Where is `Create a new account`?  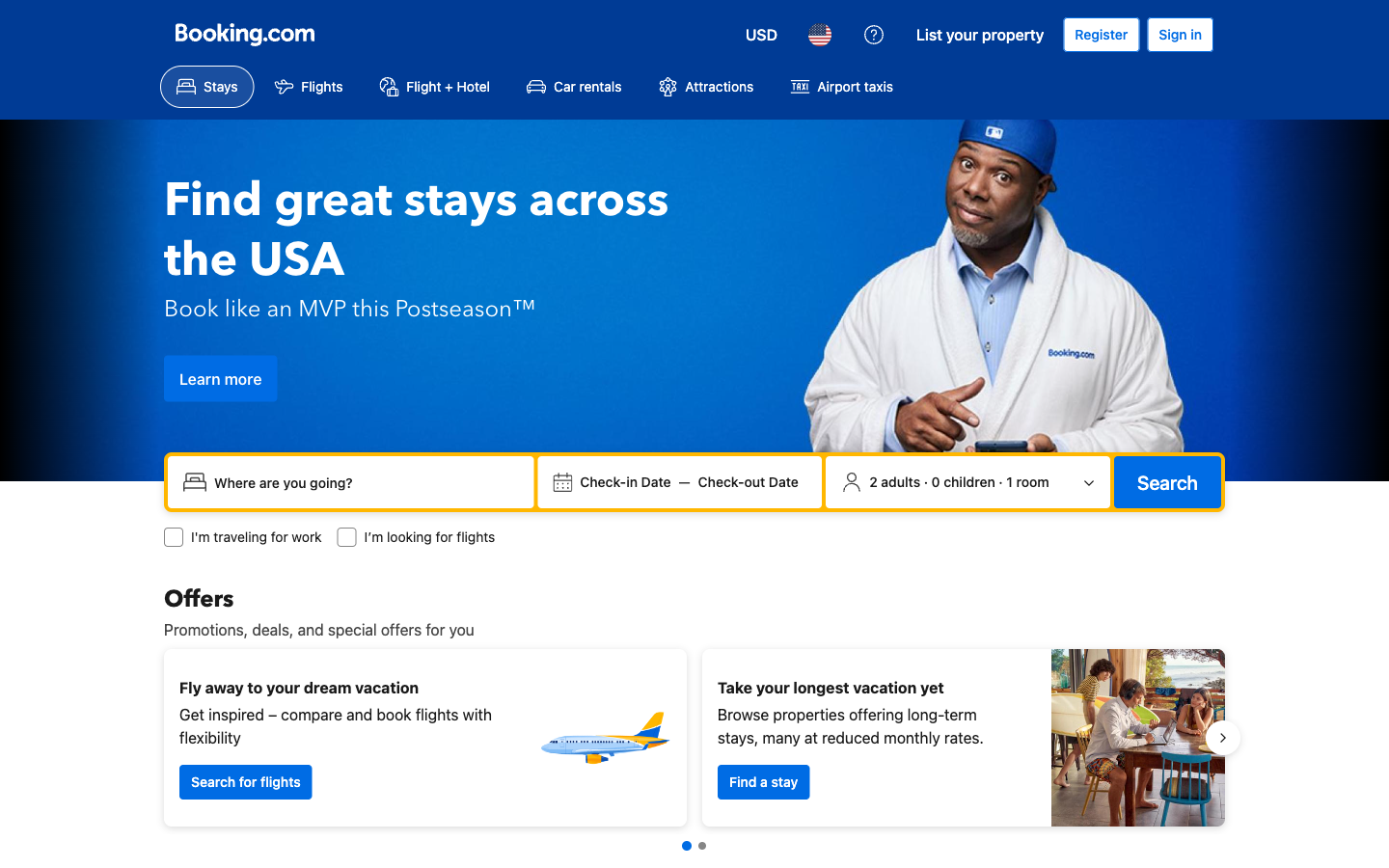 Create a new account is located at coordinates (1101, 34).